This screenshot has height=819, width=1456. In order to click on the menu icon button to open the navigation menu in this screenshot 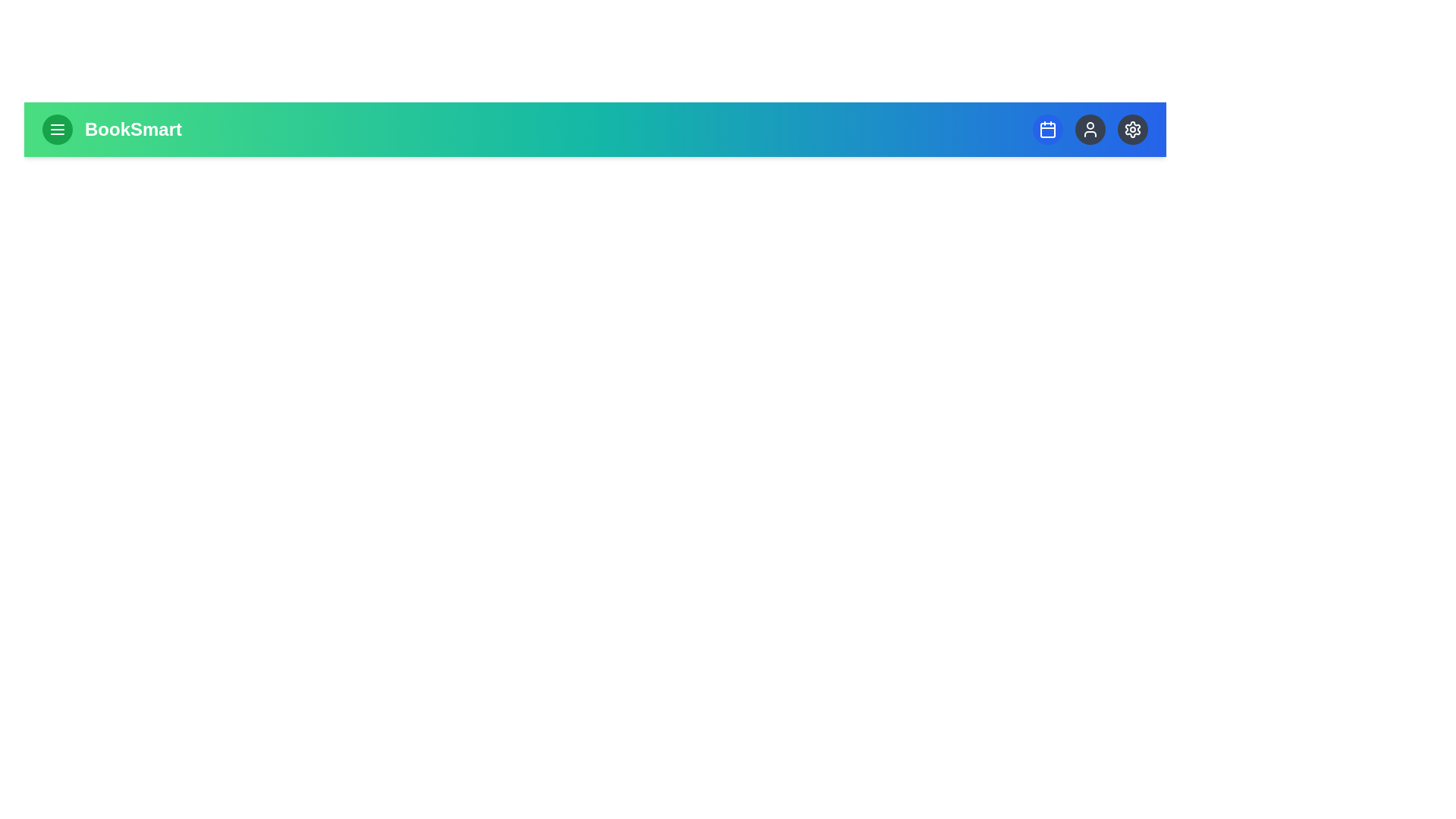, I will do `click(58, 128)`.